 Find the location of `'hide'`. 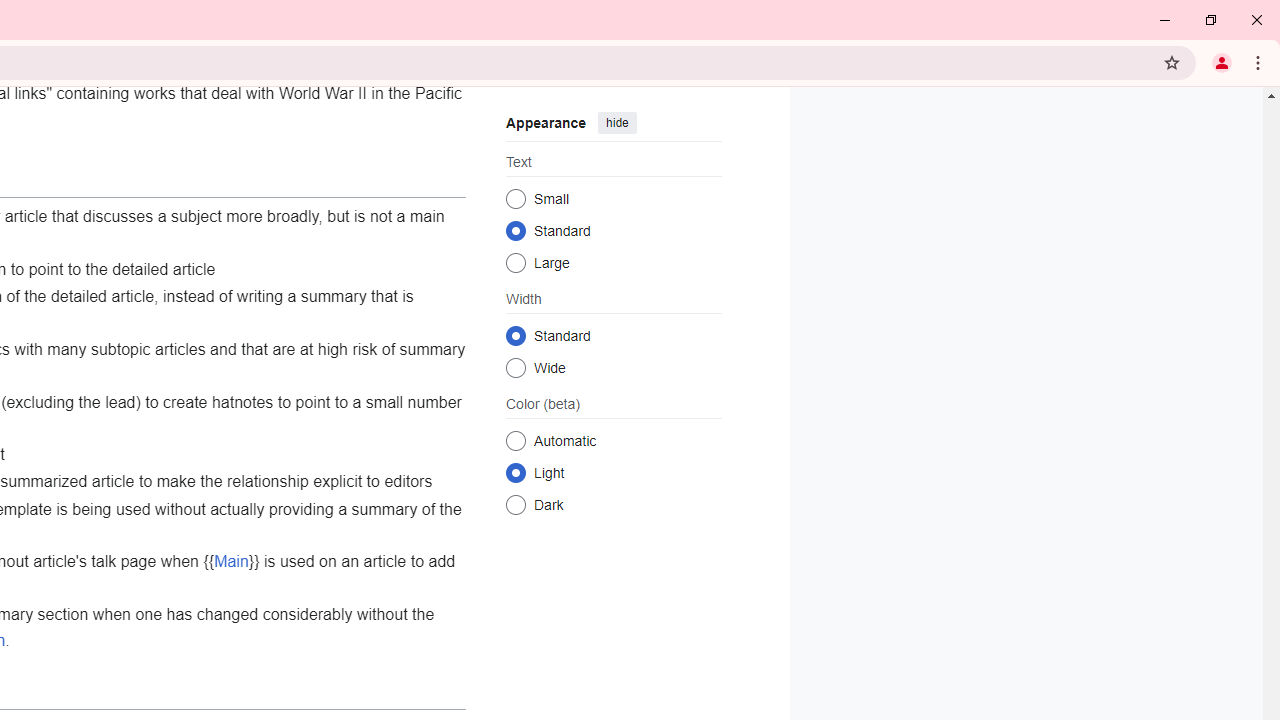

'hide' is located at coordinates (615, 123).